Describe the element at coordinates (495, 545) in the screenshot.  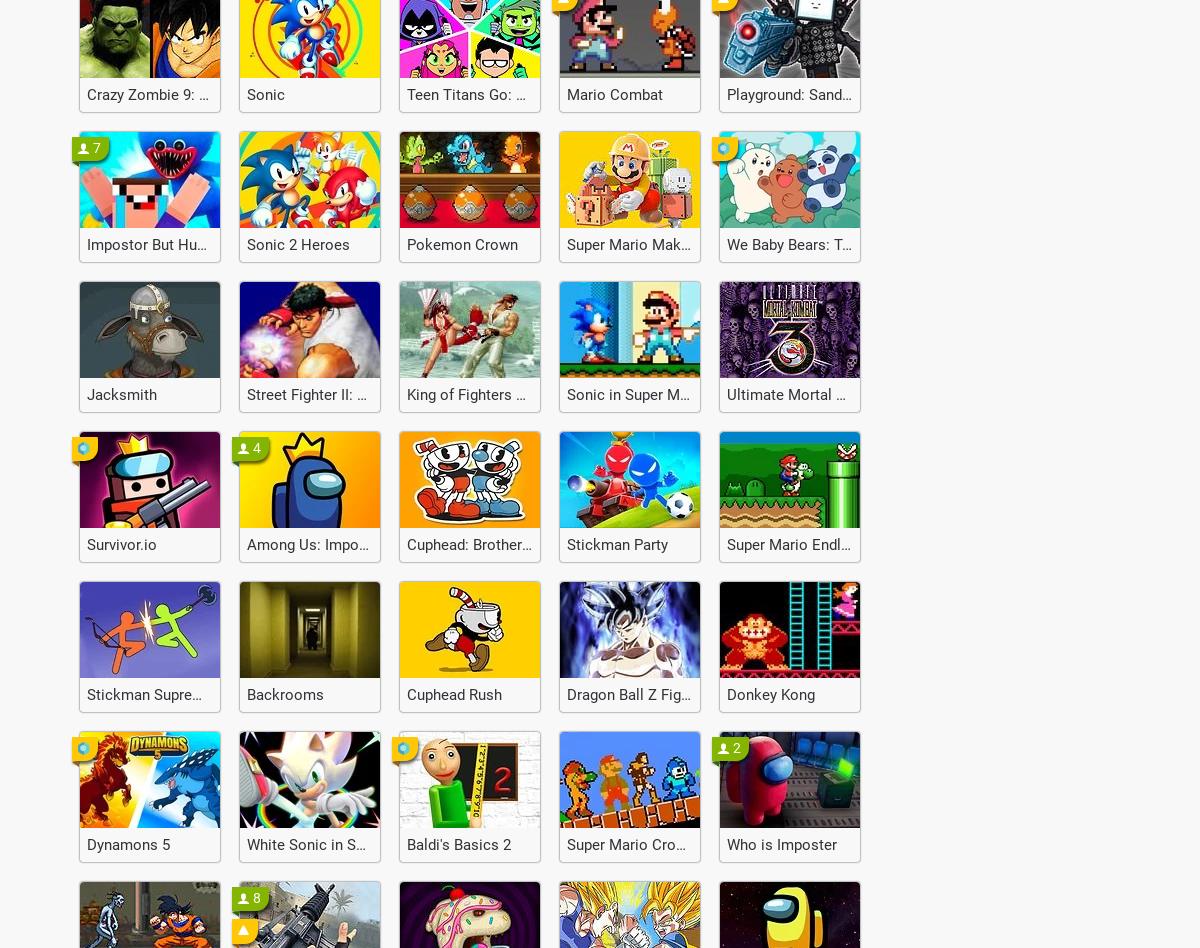
I see `'Cuphead: Brothers in Arms'` at that location.